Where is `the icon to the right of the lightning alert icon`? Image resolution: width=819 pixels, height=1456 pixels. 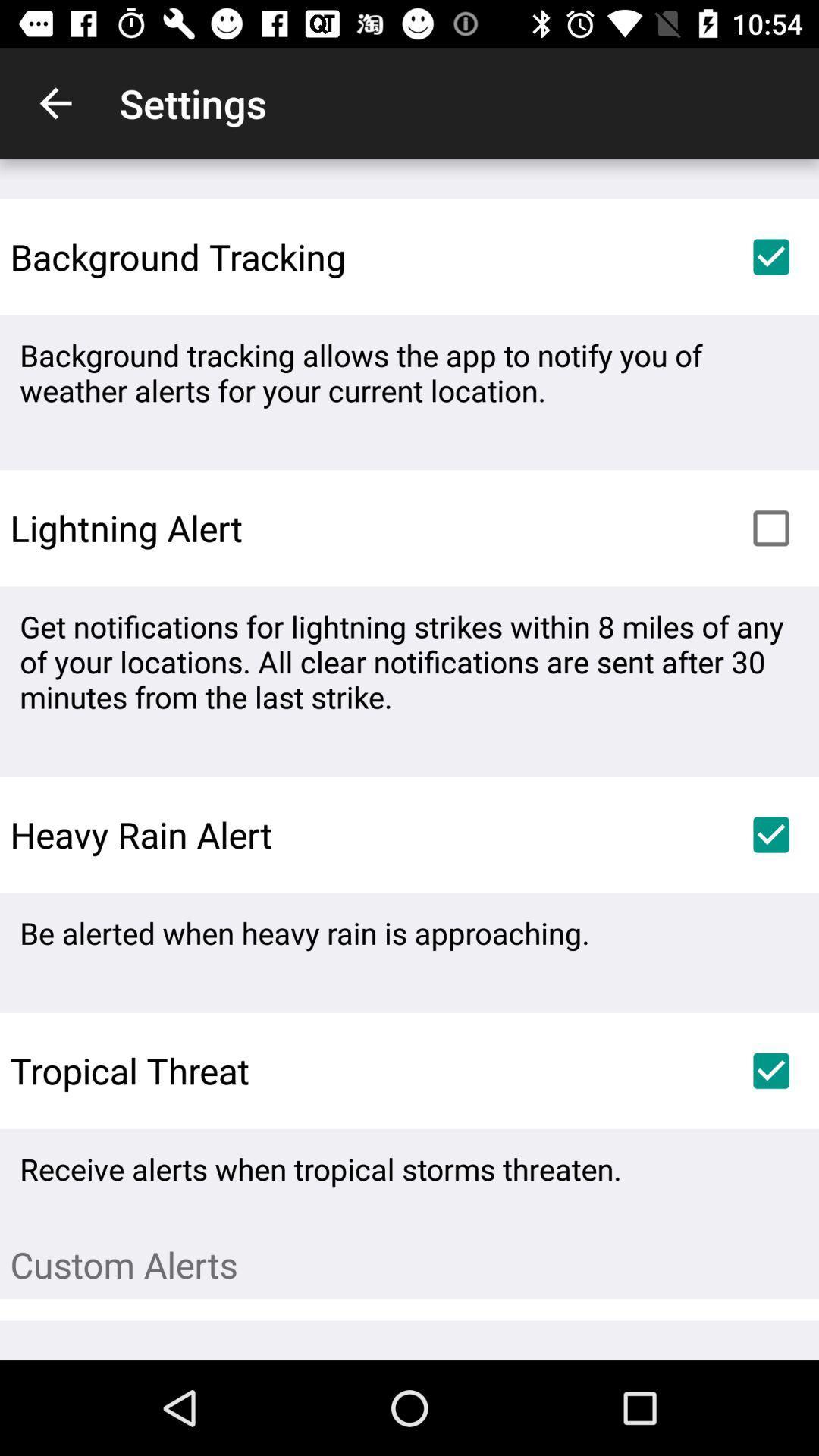 the icon to the right of the lightning alert icon is located at coordinates (771, 528).